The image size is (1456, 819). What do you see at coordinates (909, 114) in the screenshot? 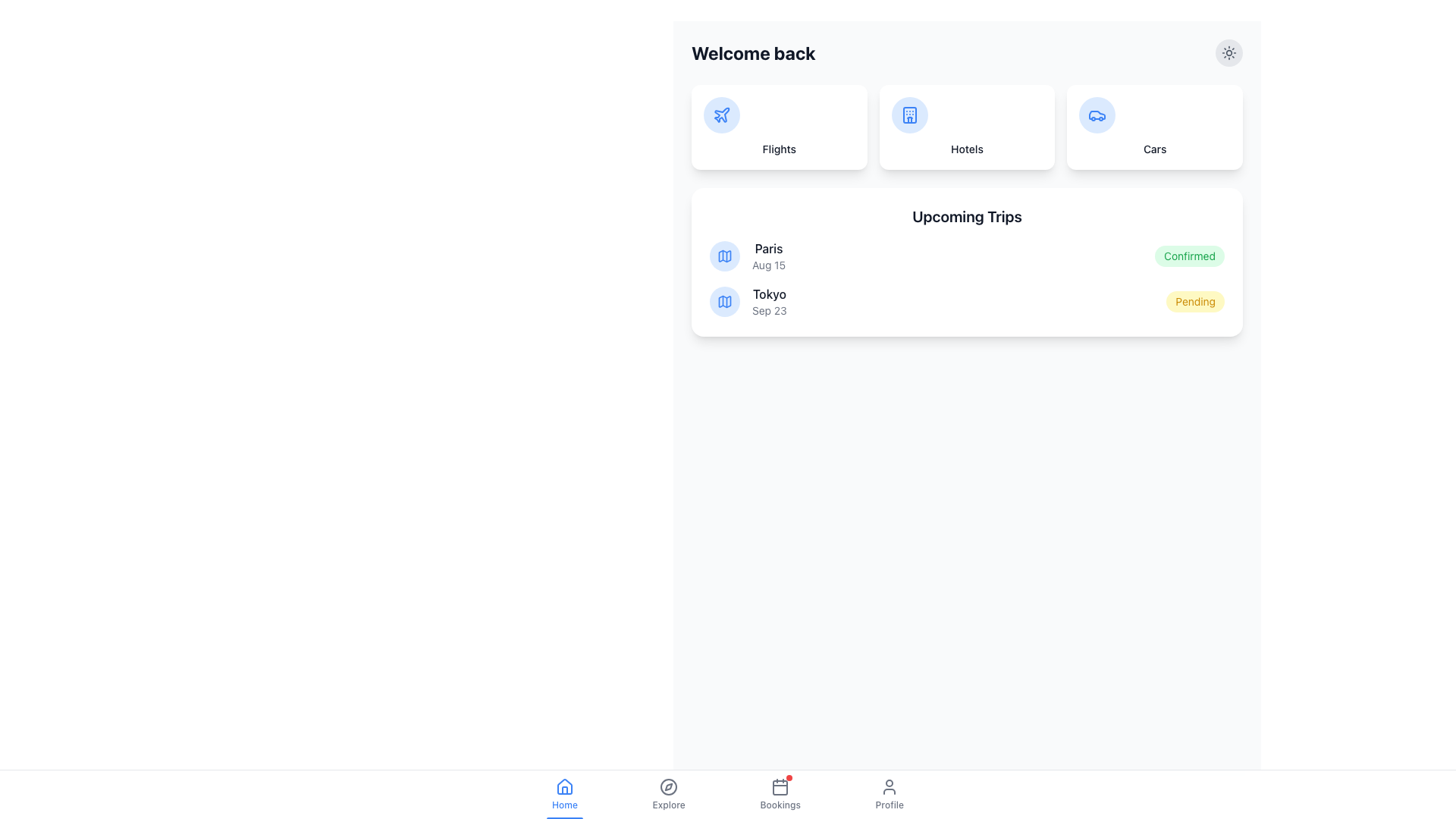
I see `the blue building icon within the 'Hotels' card, which is the second card under the 'Welcome back' heading` at bounding box center [909, 114].